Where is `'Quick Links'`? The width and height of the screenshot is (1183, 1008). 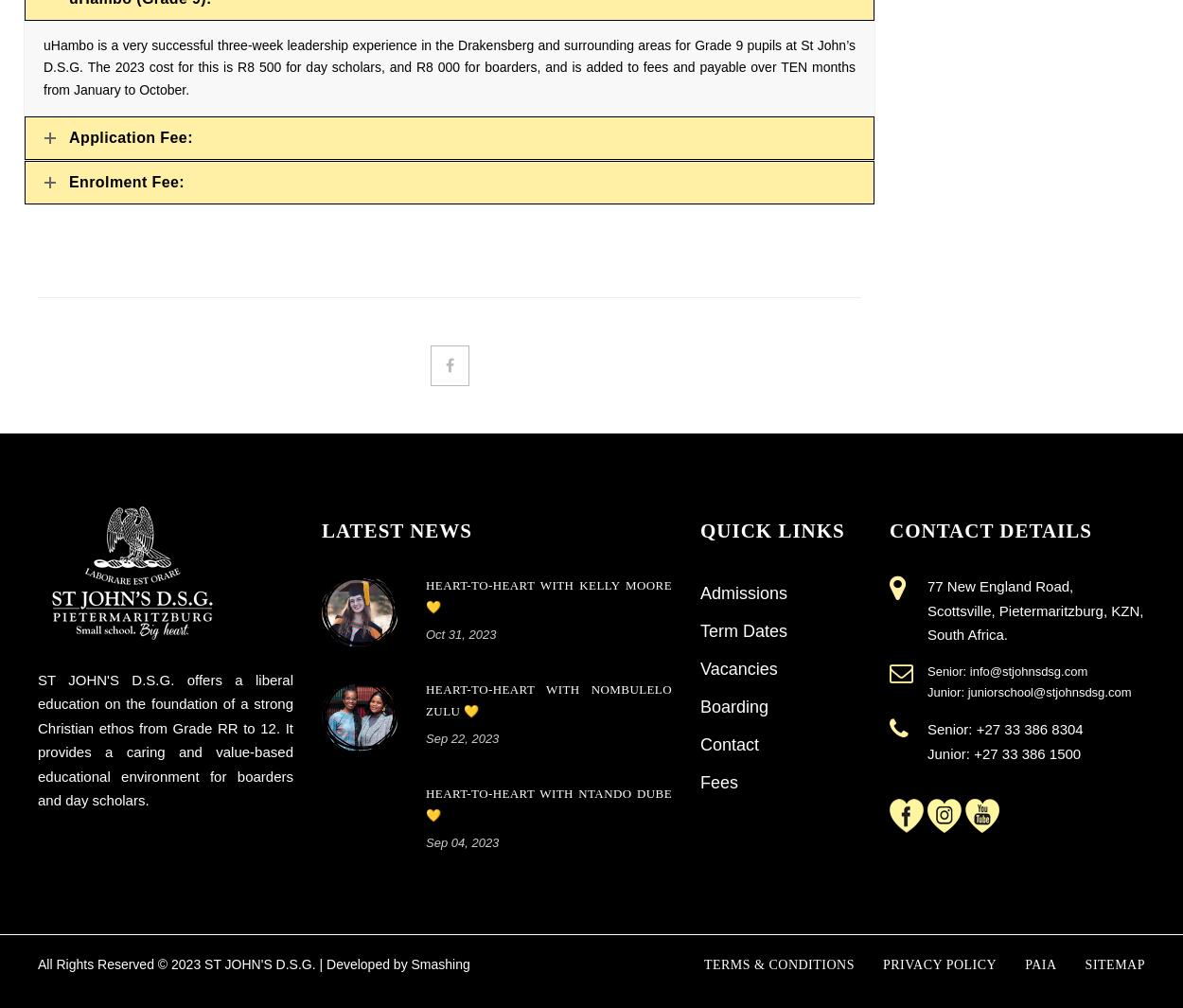 'Quick Links' is located at coordinates (770, 529).